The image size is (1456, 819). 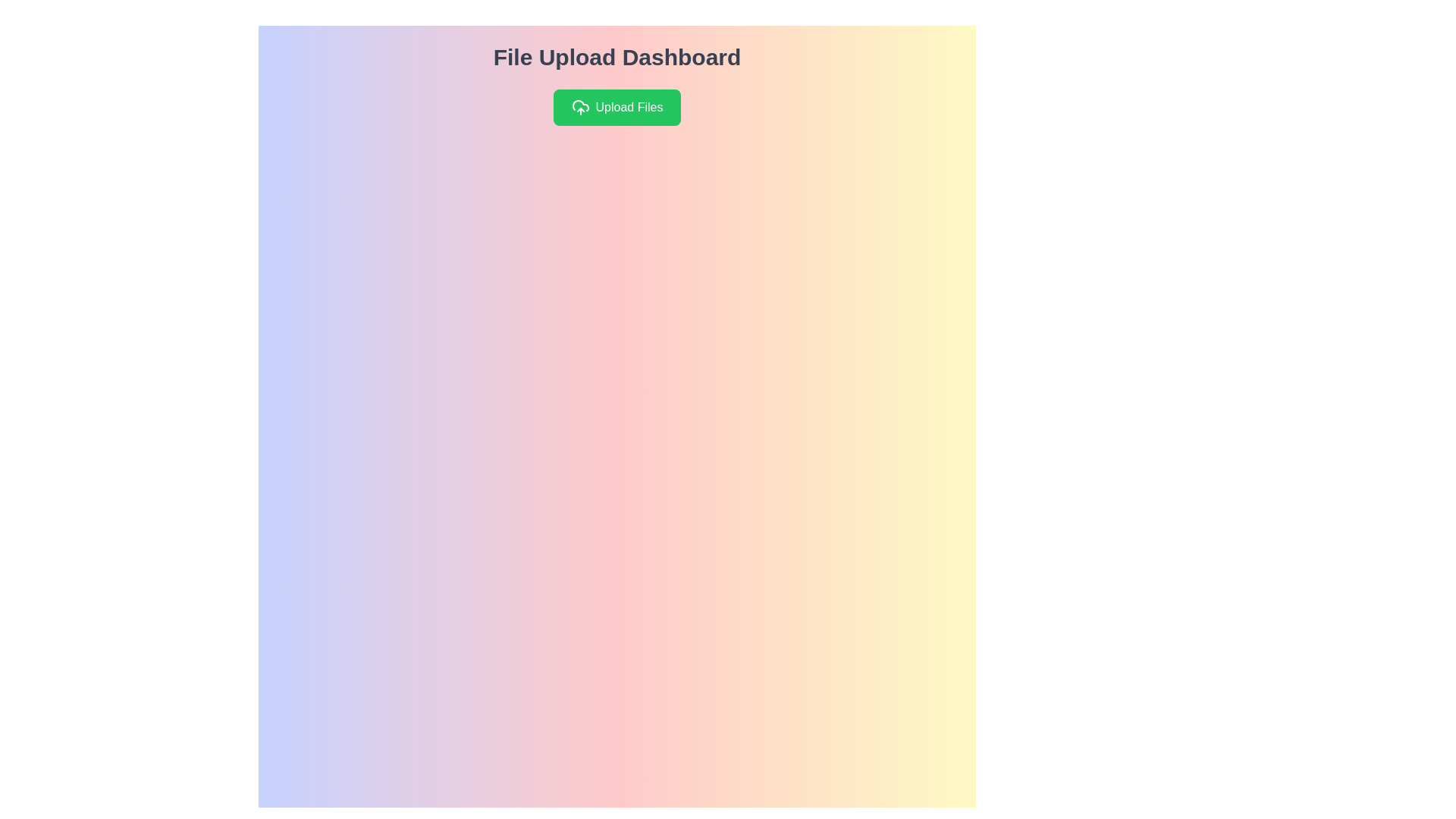 I want to click on the 'Upload Files' button with a green background and white text, which includes a cloud icon with an upward arrow, to change its color, so click(x=617, y=107).